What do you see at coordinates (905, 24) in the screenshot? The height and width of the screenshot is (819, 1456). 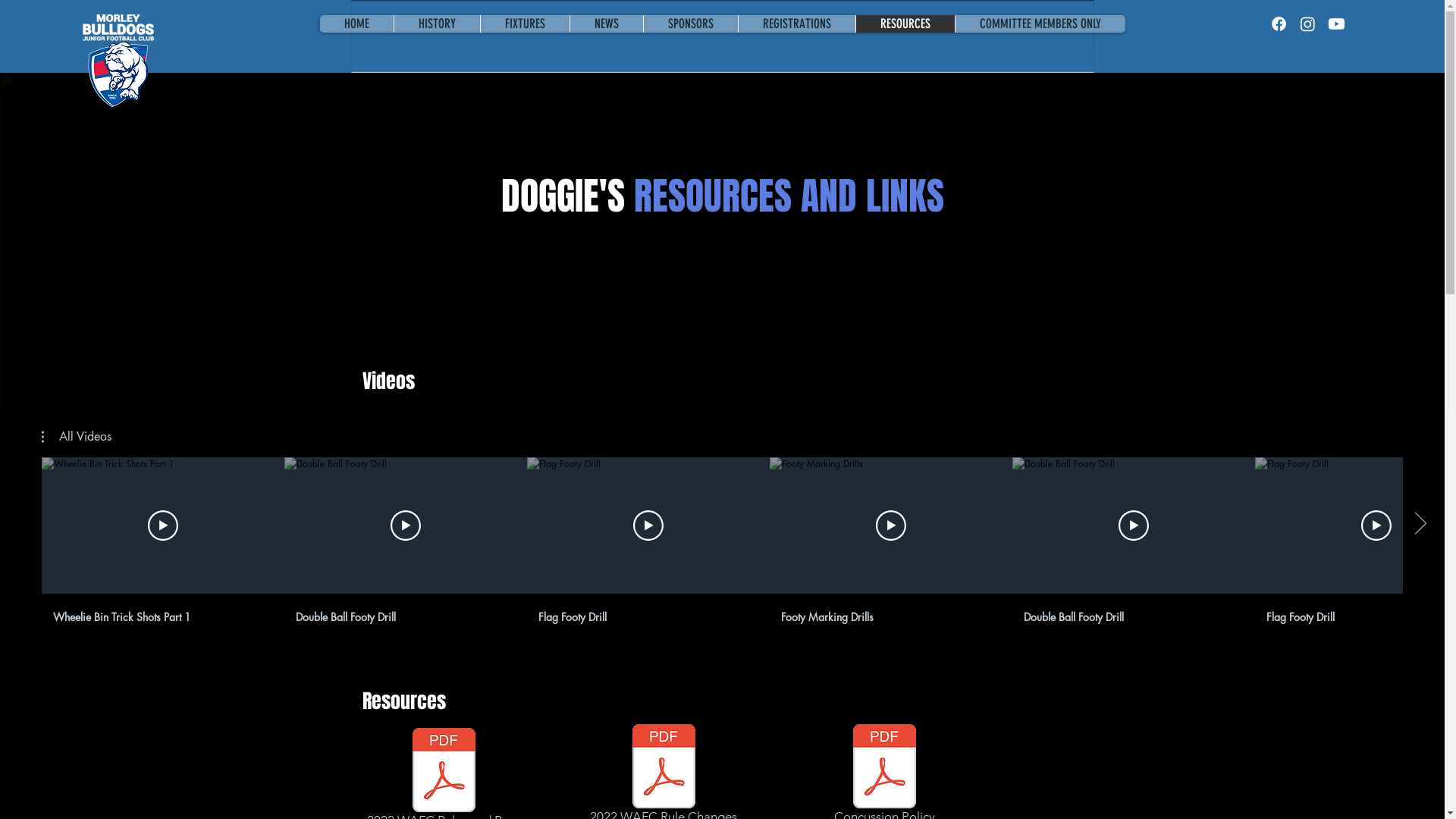 I see `'RESOURCES'` at bounding box center [905, 24].